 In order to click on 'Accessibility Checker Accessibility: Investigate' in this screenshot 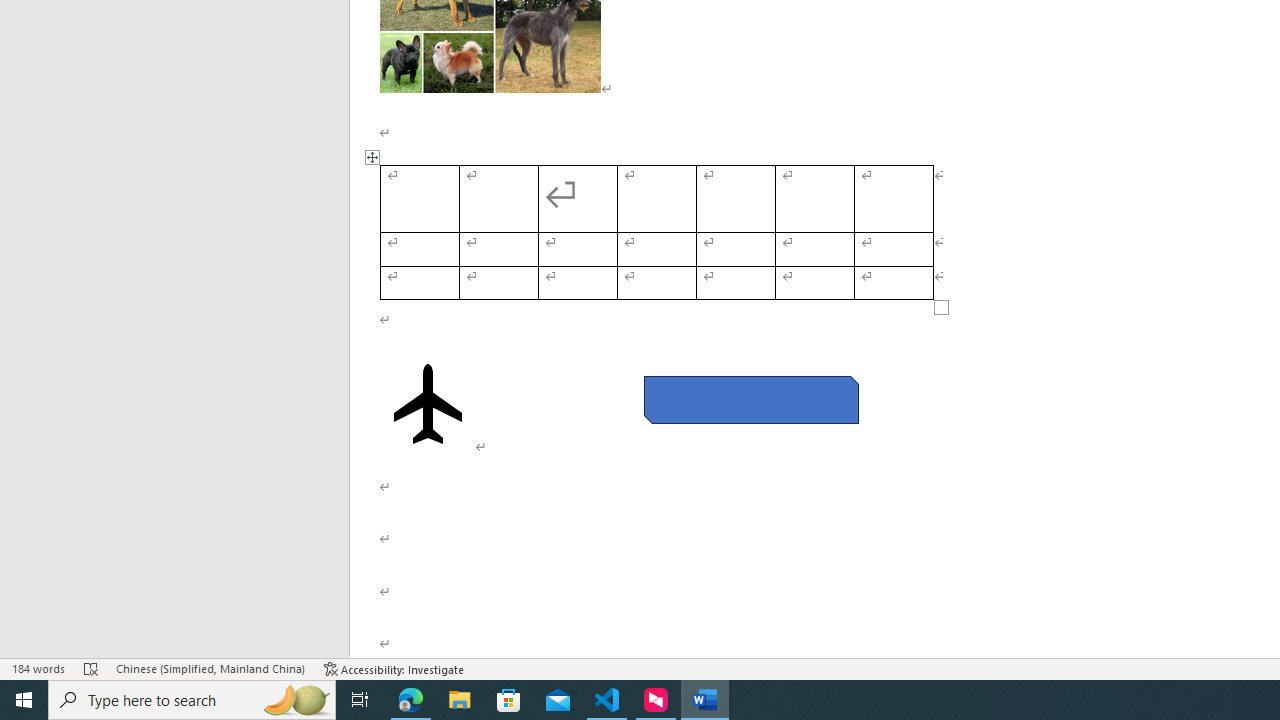, I will do `click(394, 669)`.